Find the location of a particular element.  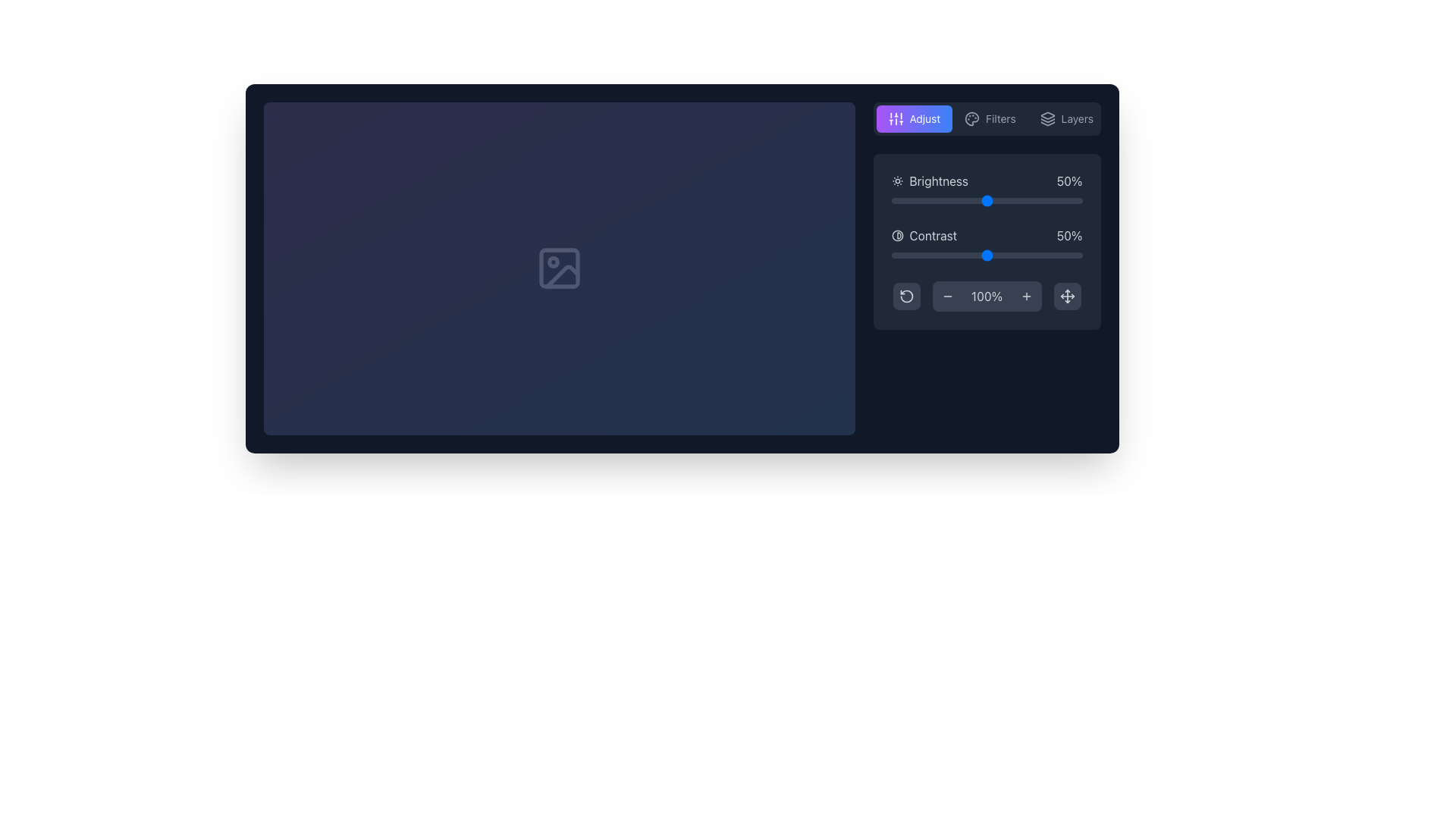

the slider value is located at coordinates (998, 200).